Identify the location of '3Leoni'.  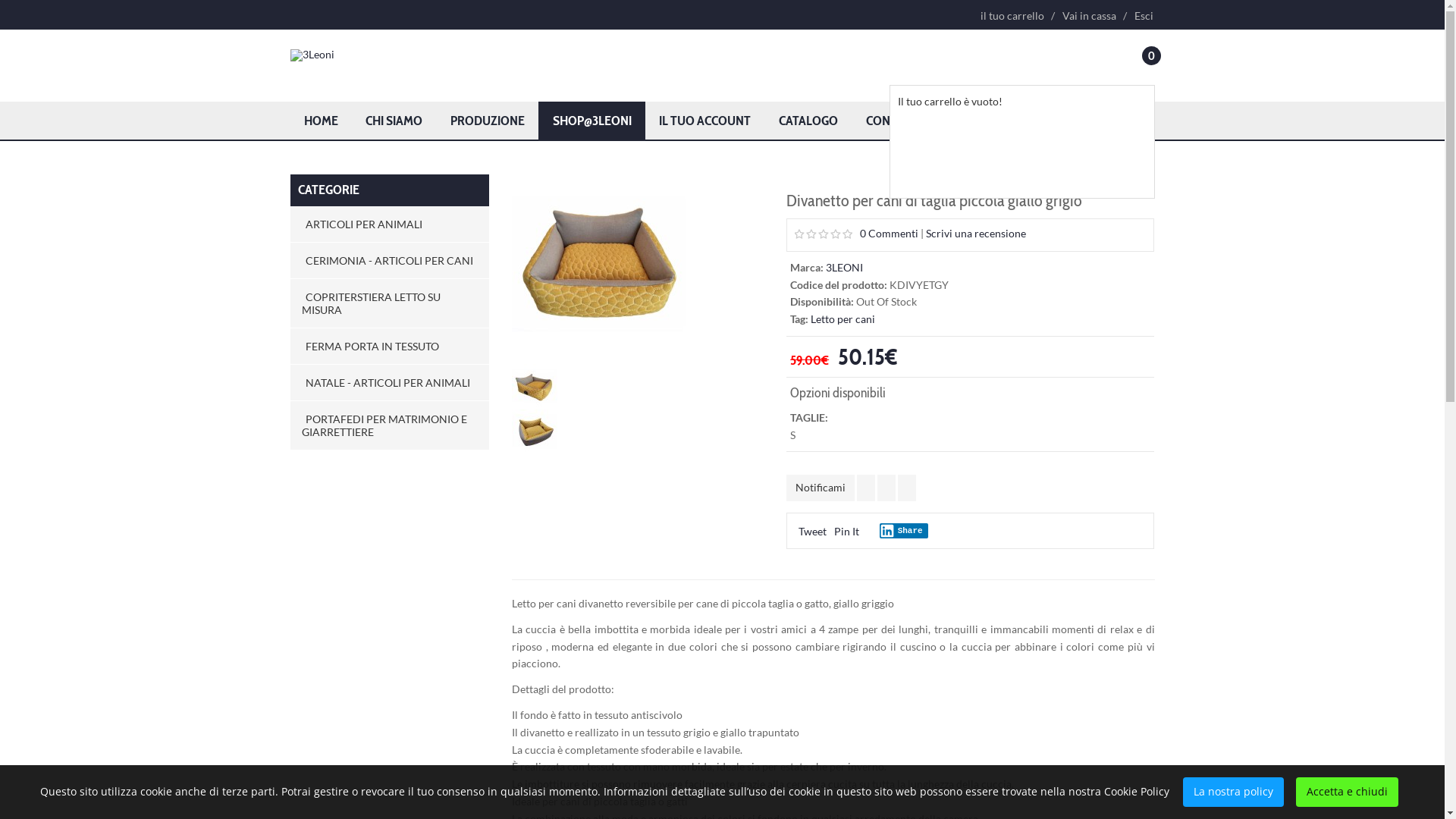
(311, 55).